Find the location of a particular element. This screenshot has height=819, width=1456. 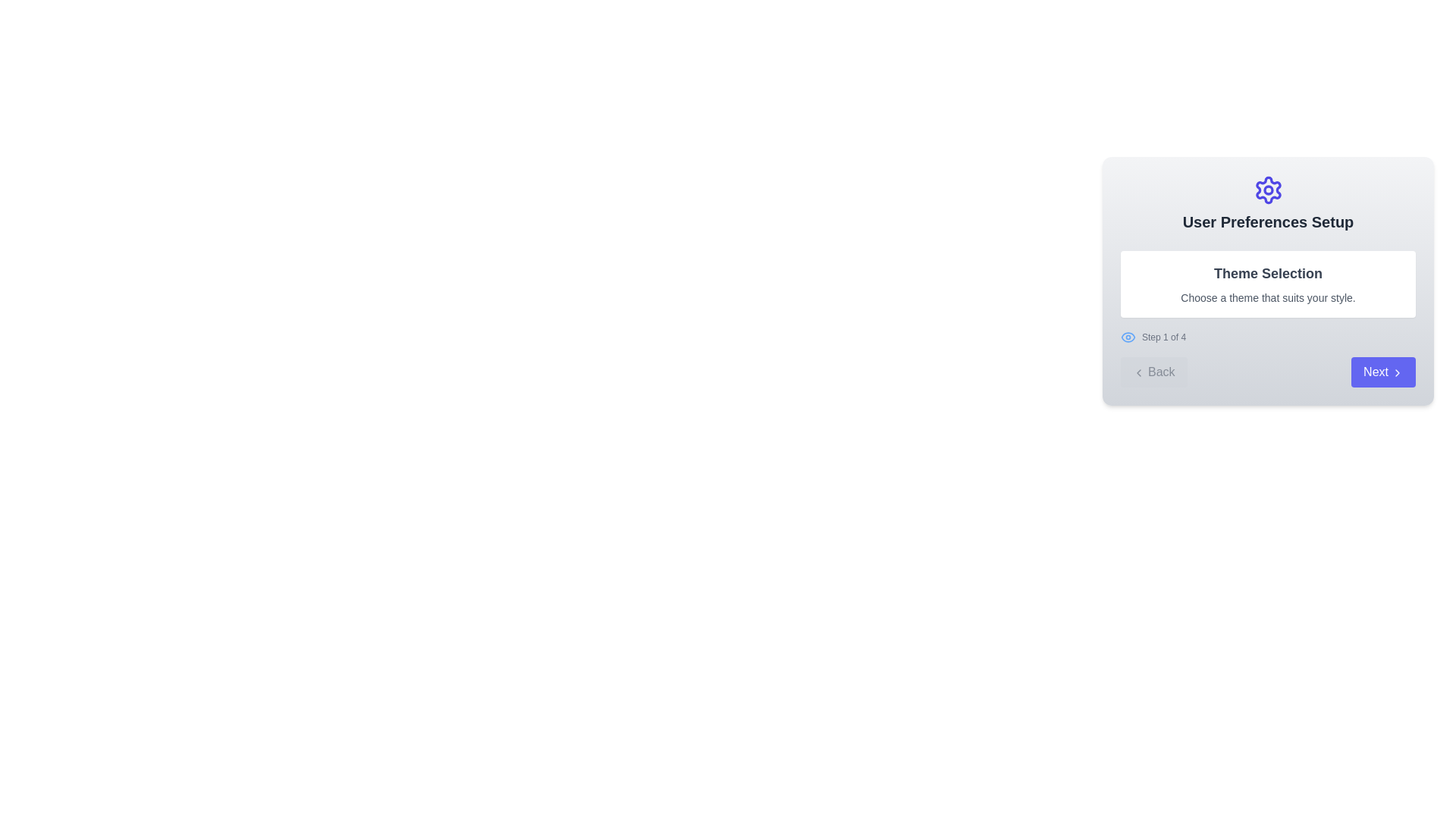

the small circular icon decoration located at the center-top of the gear-shaped icon in the 'User Preferences Setup' dialog box is located at coordinates (1268, 189).